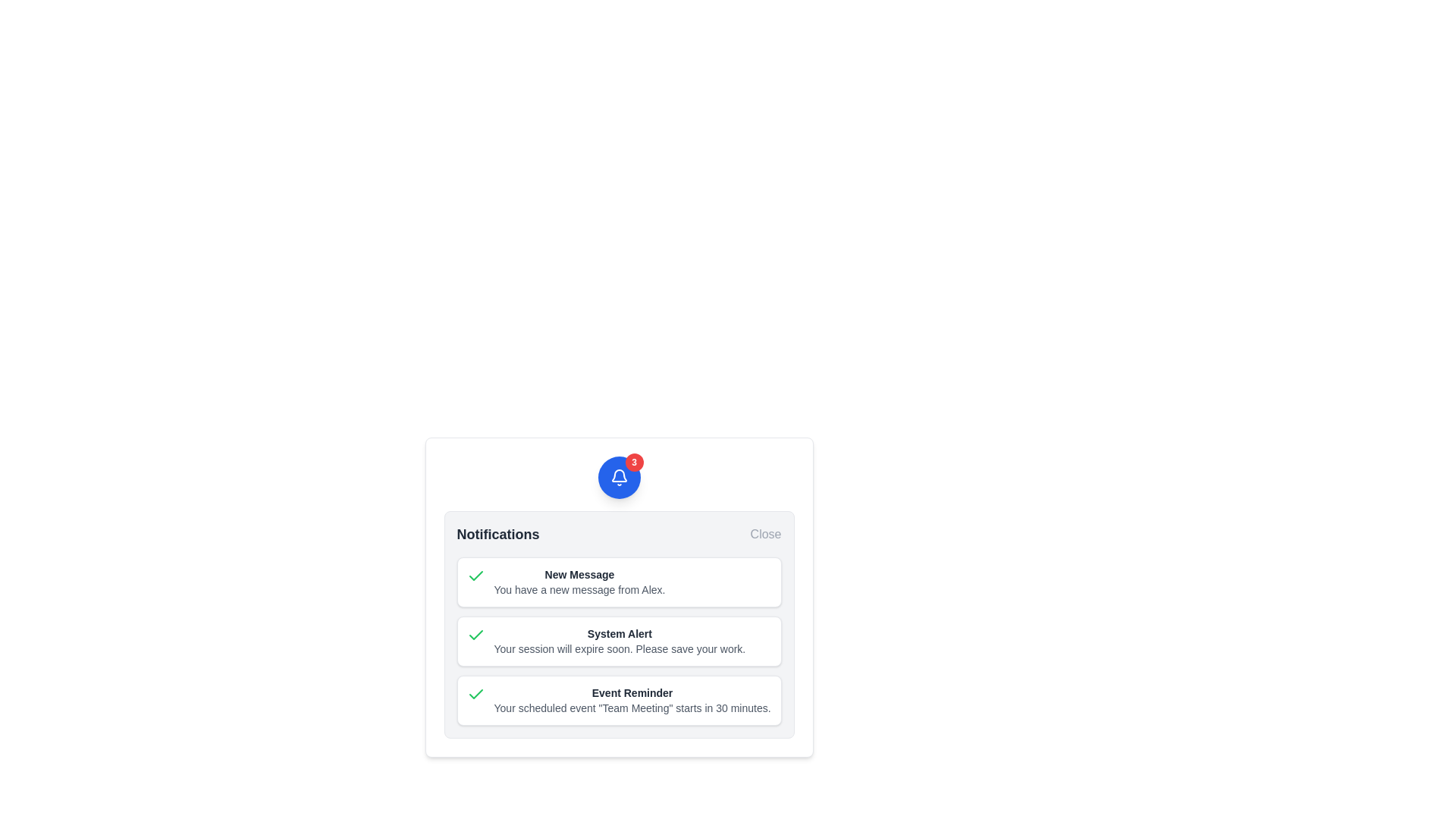 The width and height of the screenshot is (1456, 819). What do you see at coordinates (579, 575) in the screenshot?
I see `the bold text label displaying 'New Message' at the top of the first notification card in the notifications popup` at bounding box center [579, 575].